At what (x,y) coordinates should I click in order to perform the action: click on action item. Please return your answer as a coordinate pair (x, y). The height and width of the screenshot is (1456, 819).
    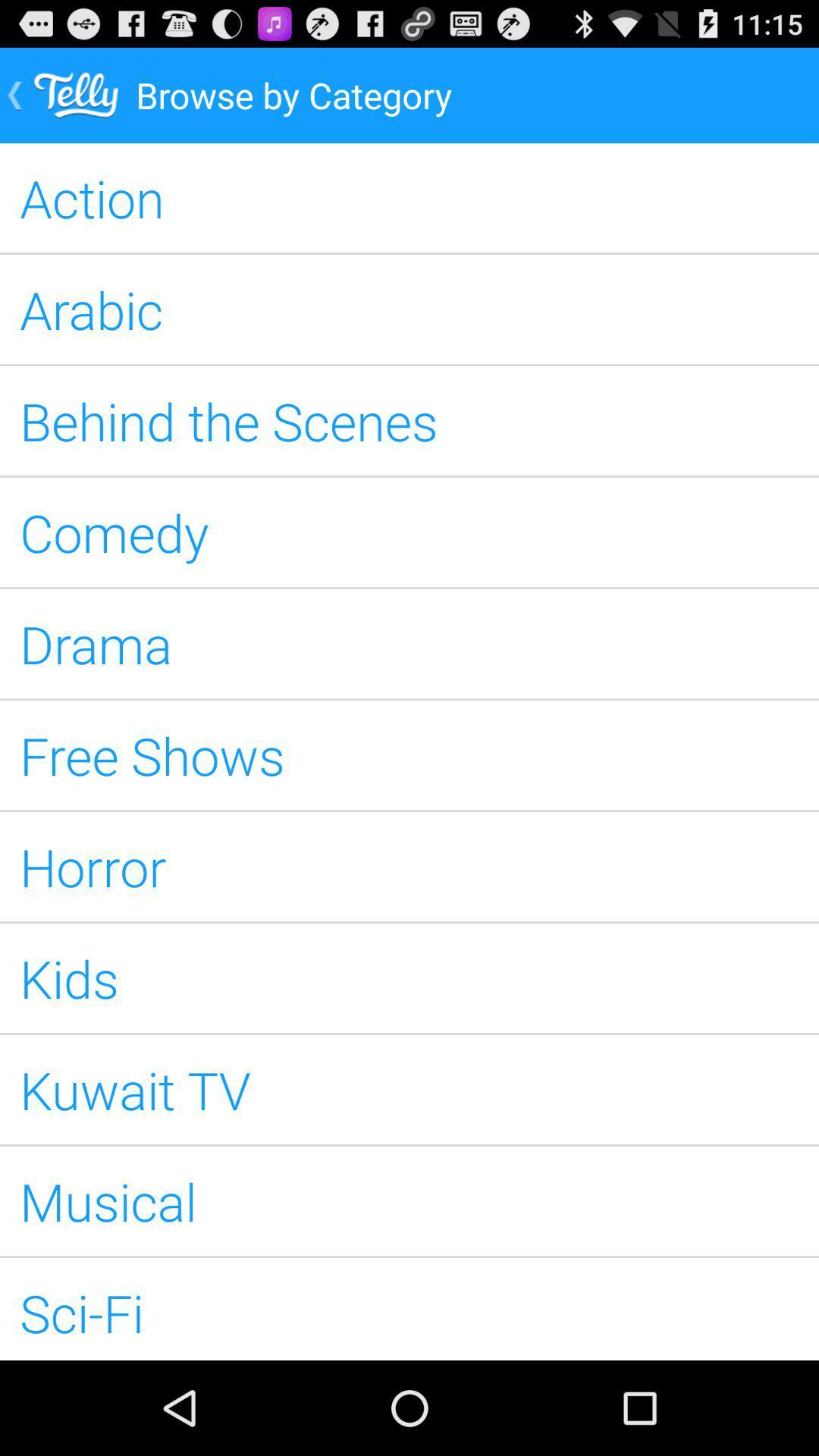
    Looking at the image, I should click on (409, 196).